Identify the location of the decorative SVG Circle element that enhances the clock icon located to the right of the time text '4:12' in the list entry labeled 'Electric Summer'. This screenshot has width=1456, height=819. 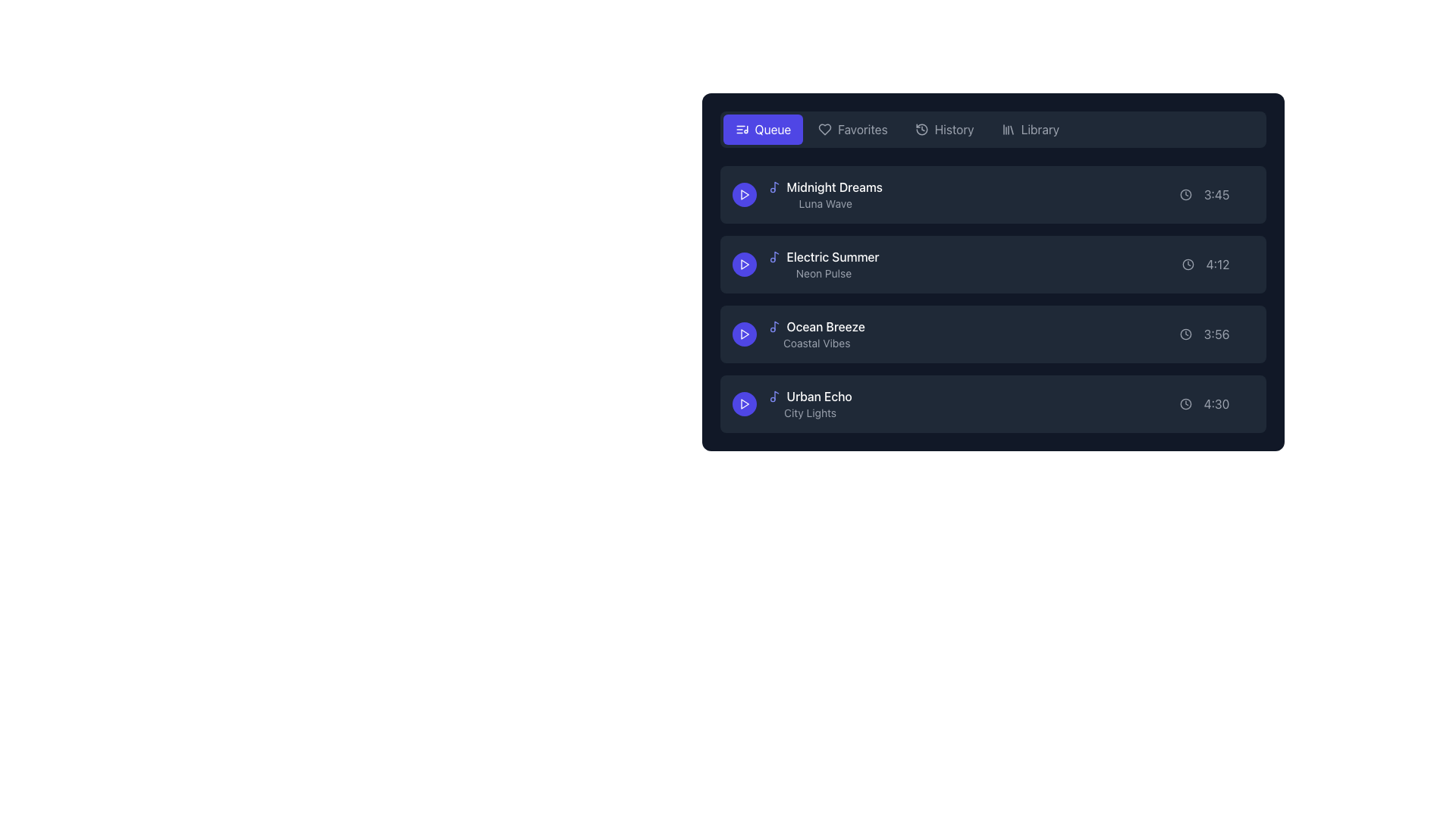
(1187, 263).